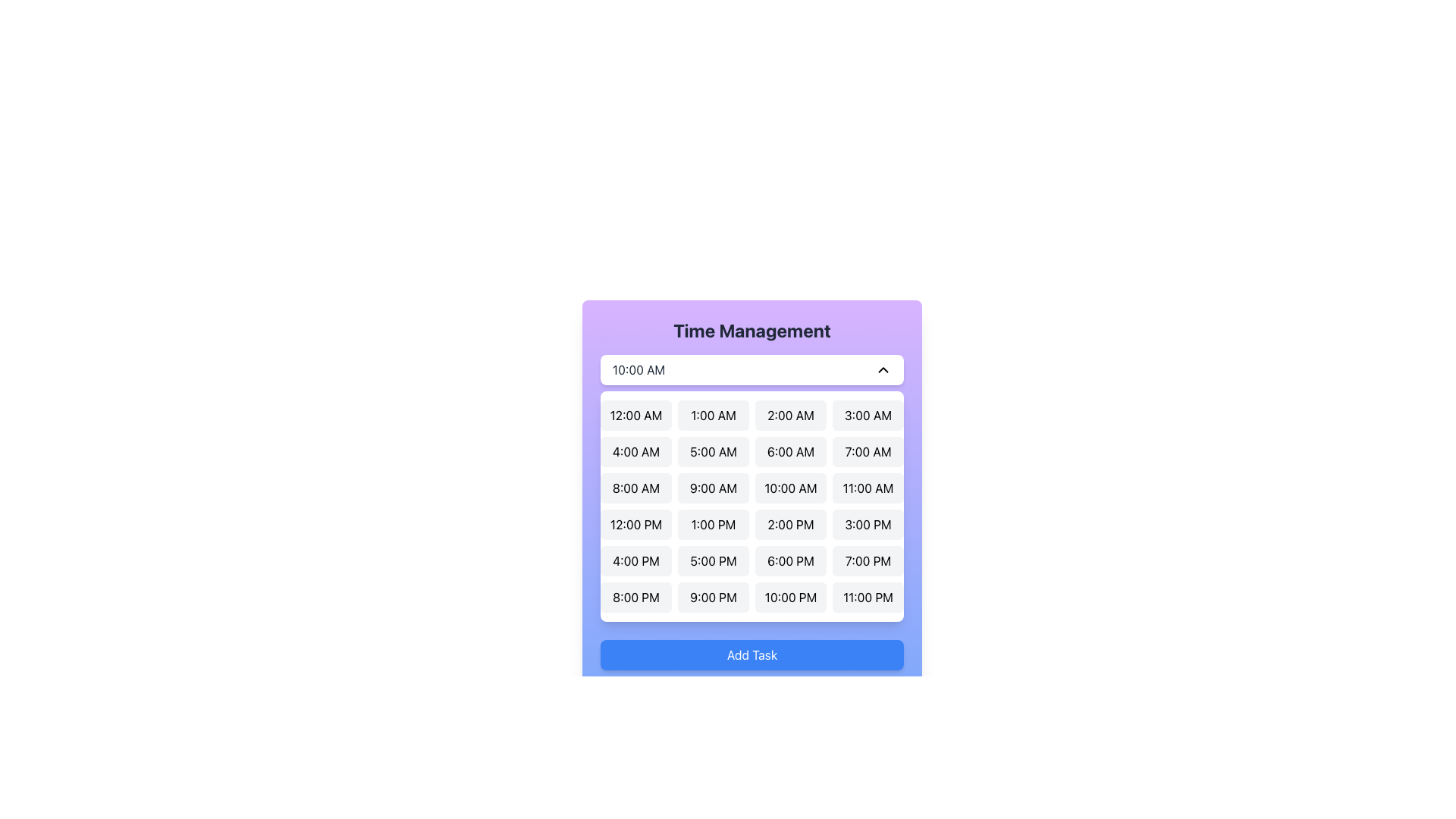 The height and width of the screenshot is (819, 1456). I want to click on the button that represents the selectable time option '10:00 AM' located in the third column of the third row in the grid layout, so click(789, 488).